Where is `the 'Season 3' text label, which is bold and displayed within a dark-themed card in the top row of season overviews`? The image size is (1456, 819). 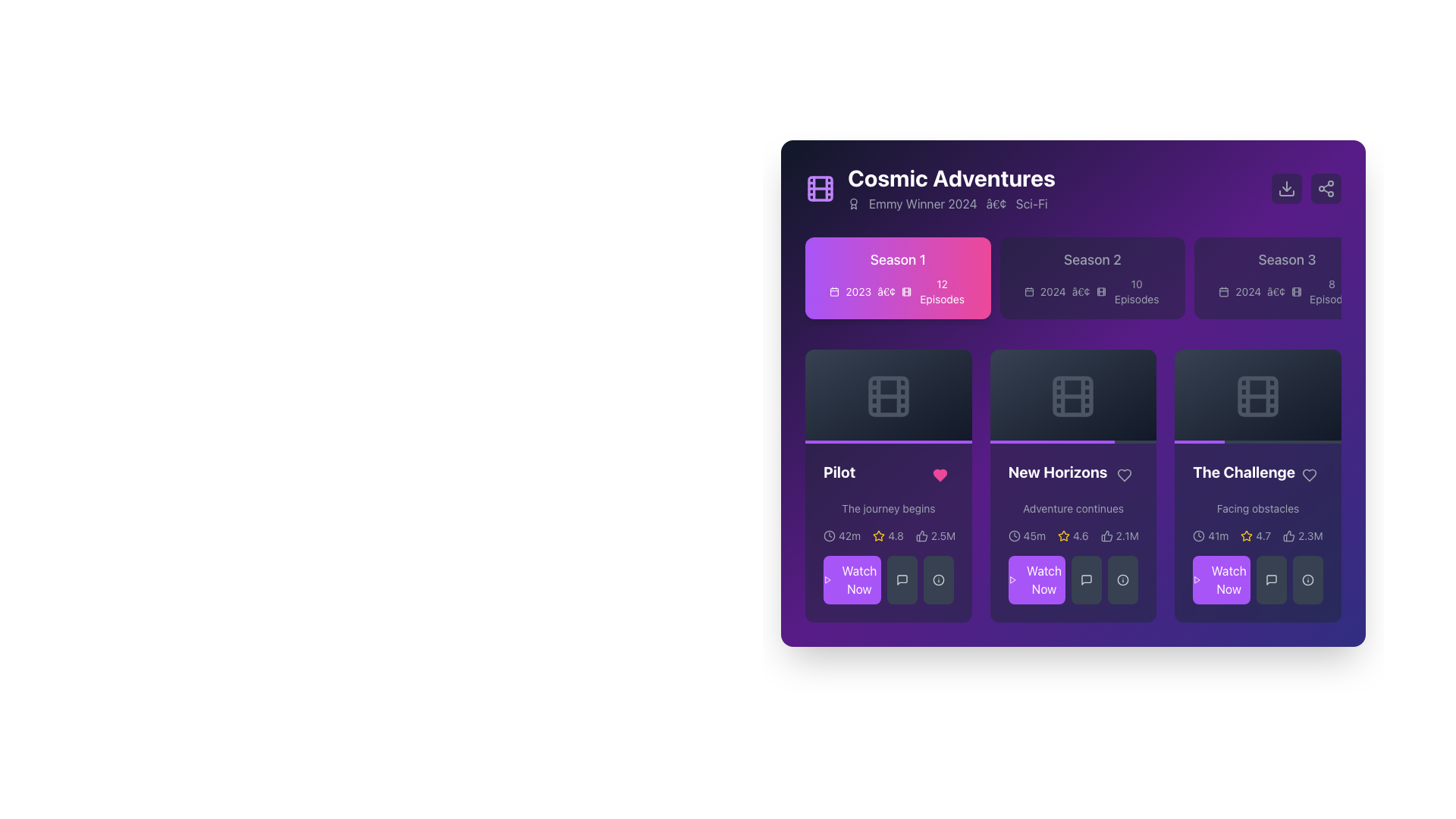 the 'Season 3' text label, which is bold and displayed within a dark-themed card in the top row of season overviews is located at coordinates (1286, 259).